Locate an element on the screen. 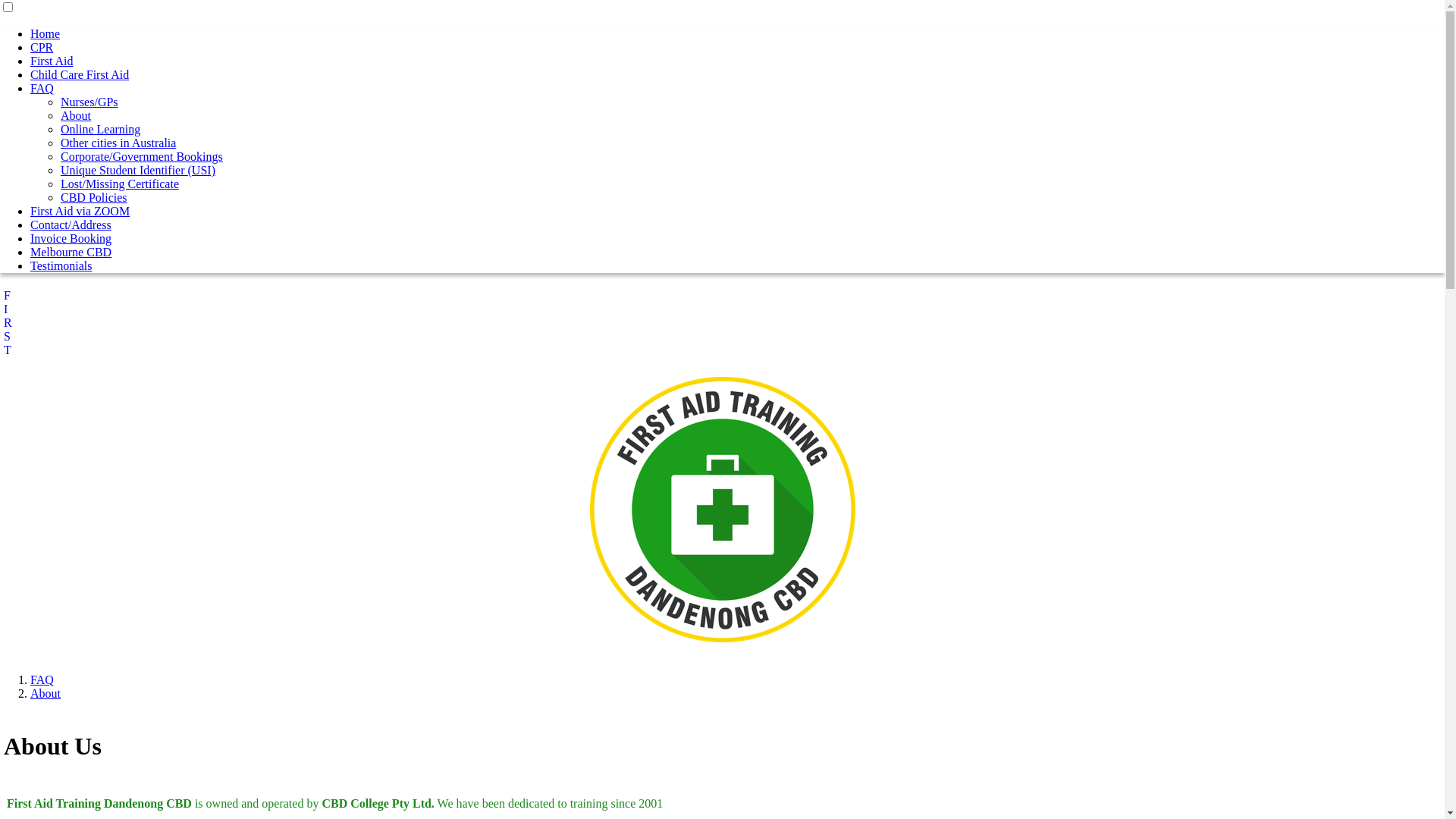 Image resolution: width=1456 pixels, height=819 pixels. 'Other cities in Australia' is located at coordinates (118, 143).